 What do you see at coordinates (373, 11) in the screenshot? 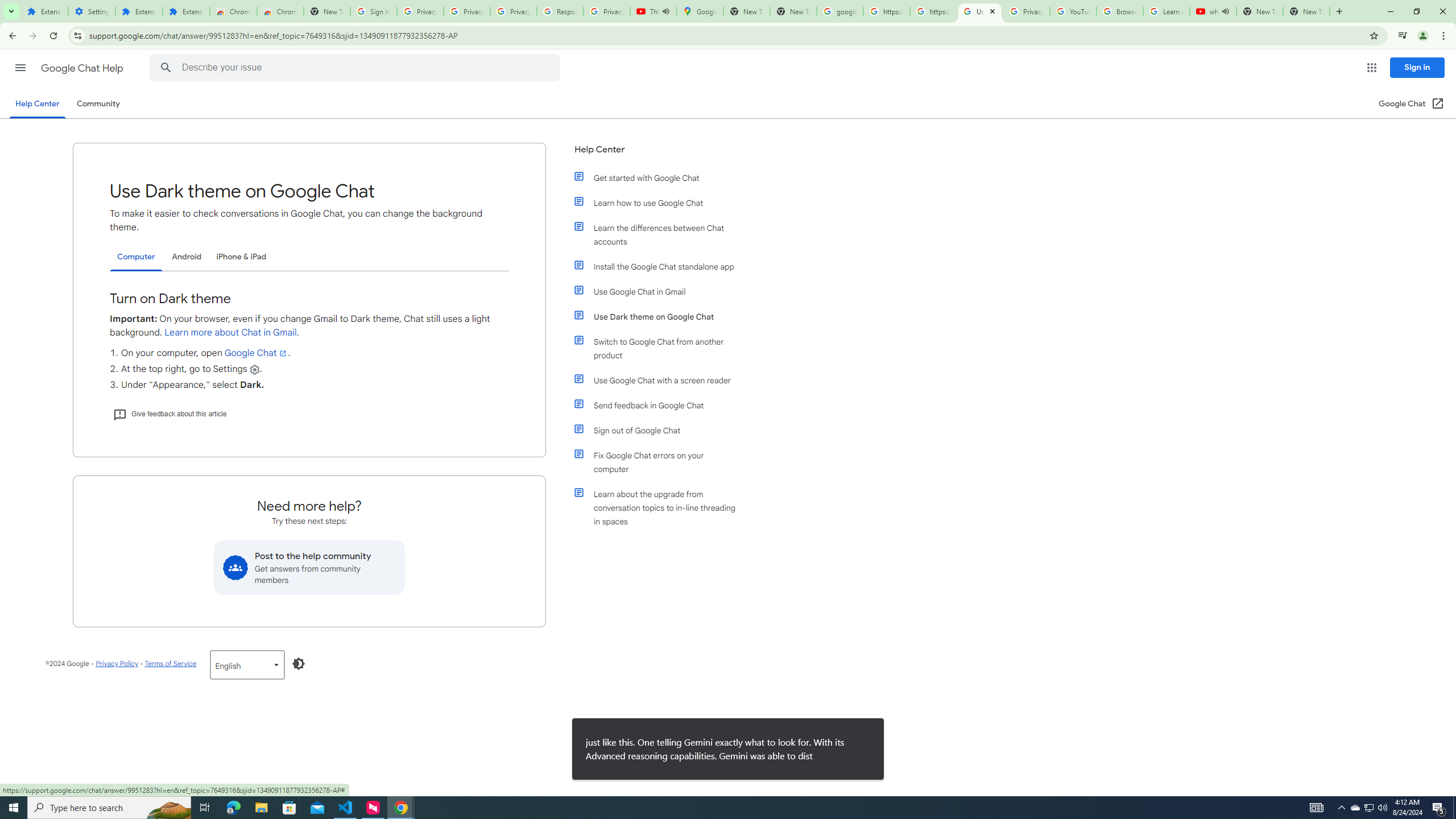
I see `'Sign in - Google Accounts'` at bounding box center [373, 11].